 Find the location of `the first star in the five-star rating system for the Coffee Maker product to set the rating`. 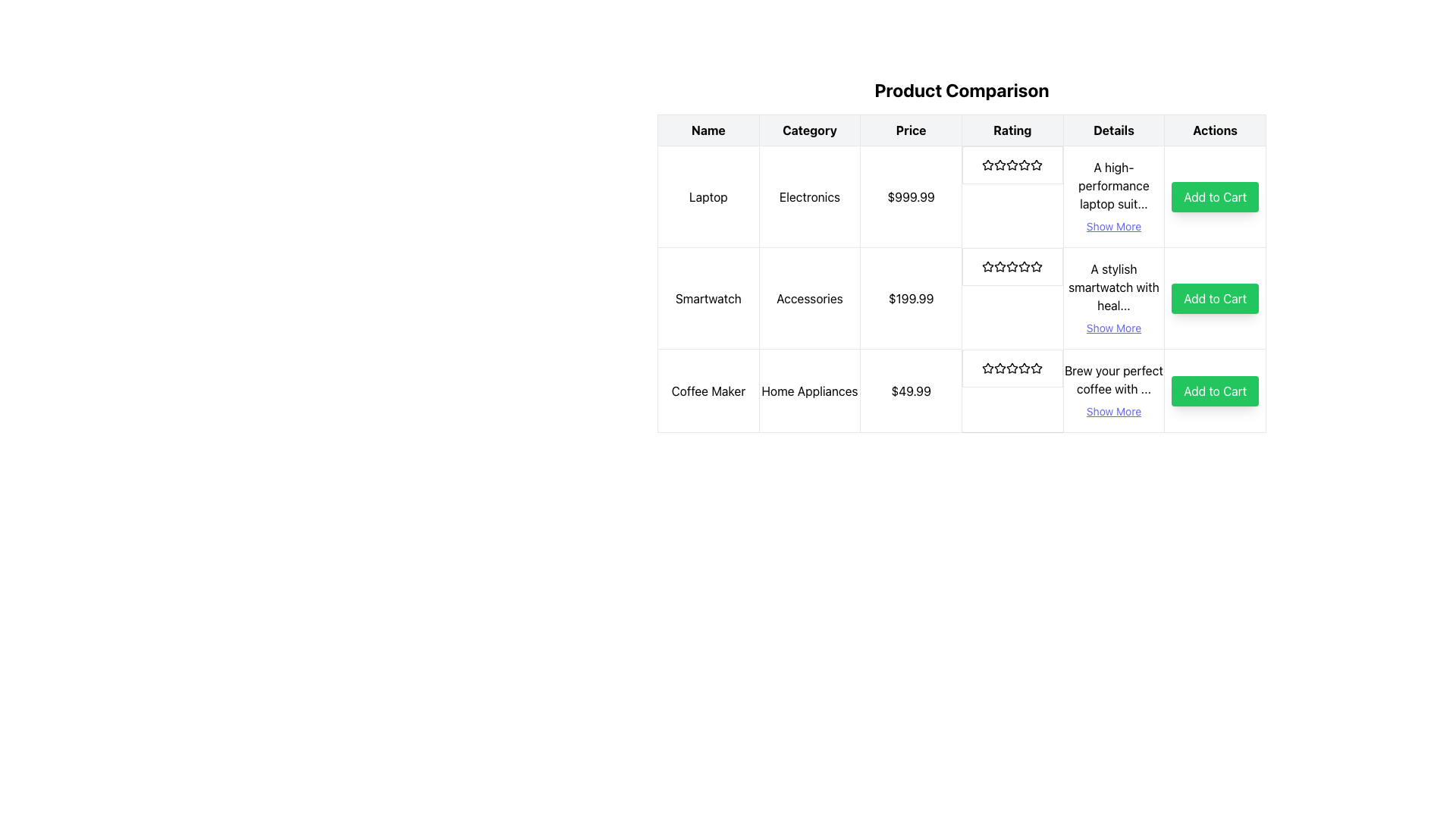

the first star in the five-star rating system for the Coffee Maker product to set the rating is located at coordinates (1000, 368).